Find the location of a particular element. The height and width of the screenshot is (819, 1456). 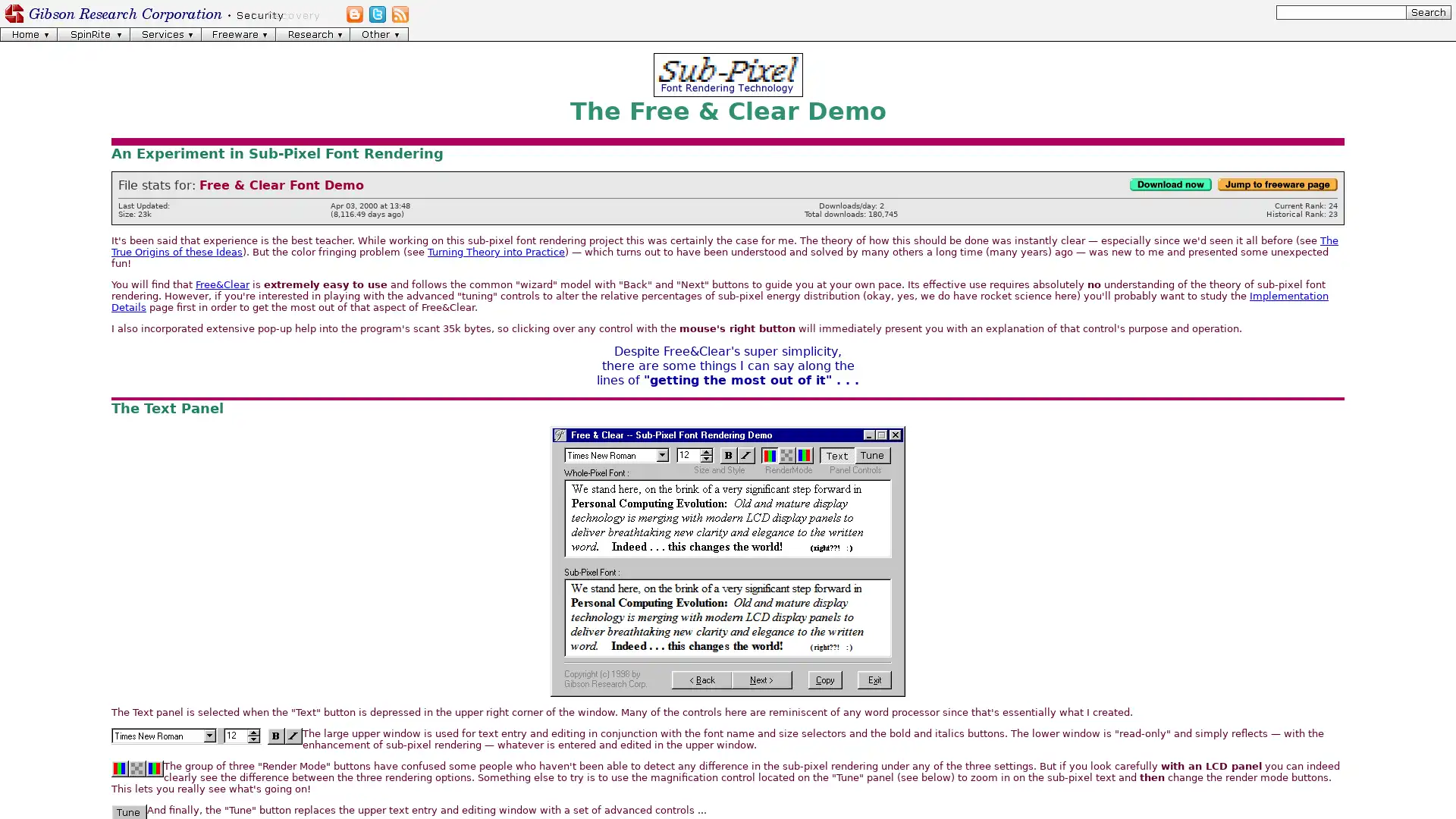

[Search] is located at coordinates (1427, 12).